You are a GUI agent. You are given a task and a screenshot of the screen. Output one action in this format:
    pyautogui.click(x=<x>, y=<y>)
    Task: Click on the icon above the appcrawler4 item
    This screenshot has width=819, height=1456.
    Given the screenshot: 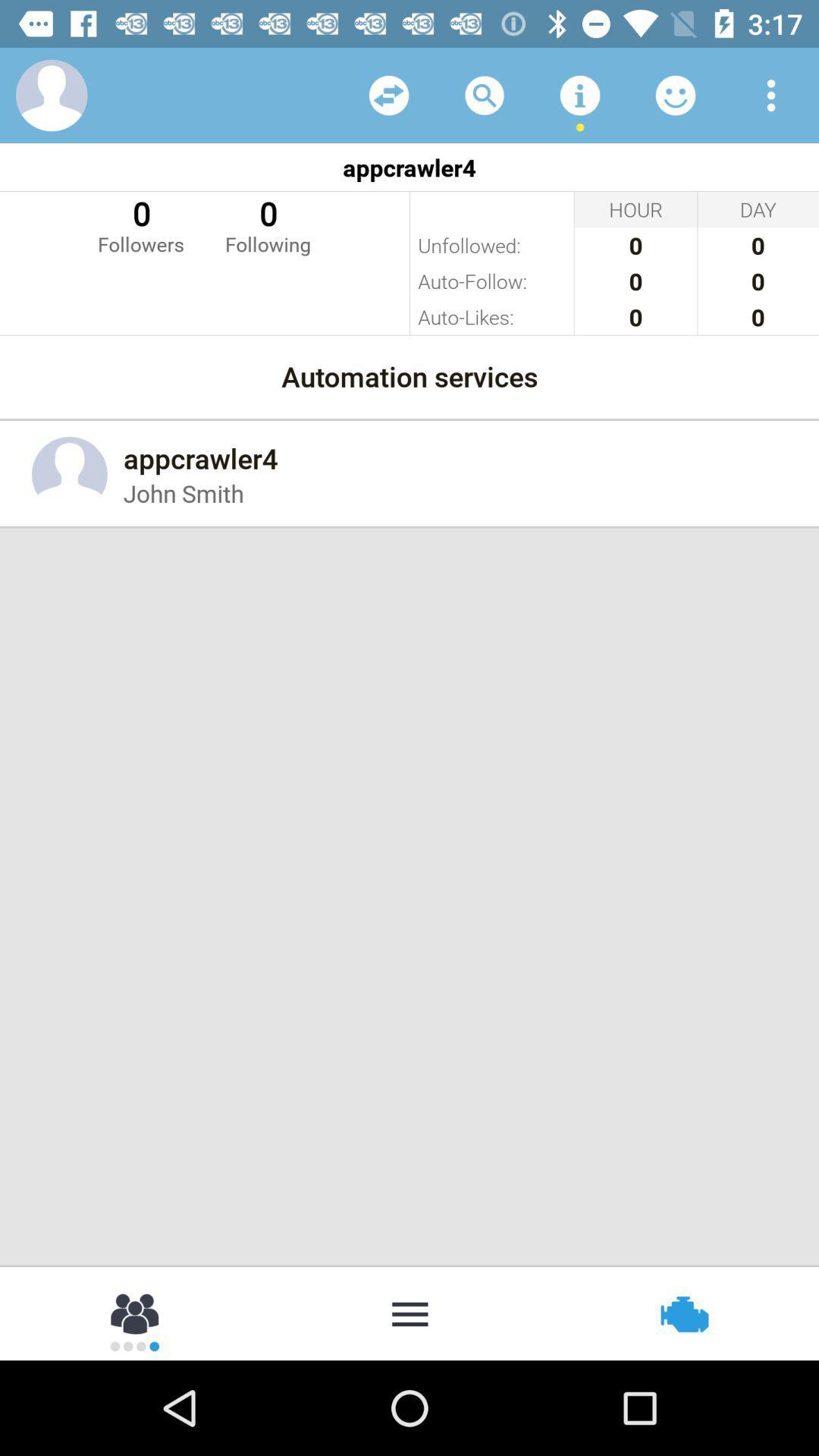 What is the action you would take?
    pyautogui.click(x=388, y=94)
    